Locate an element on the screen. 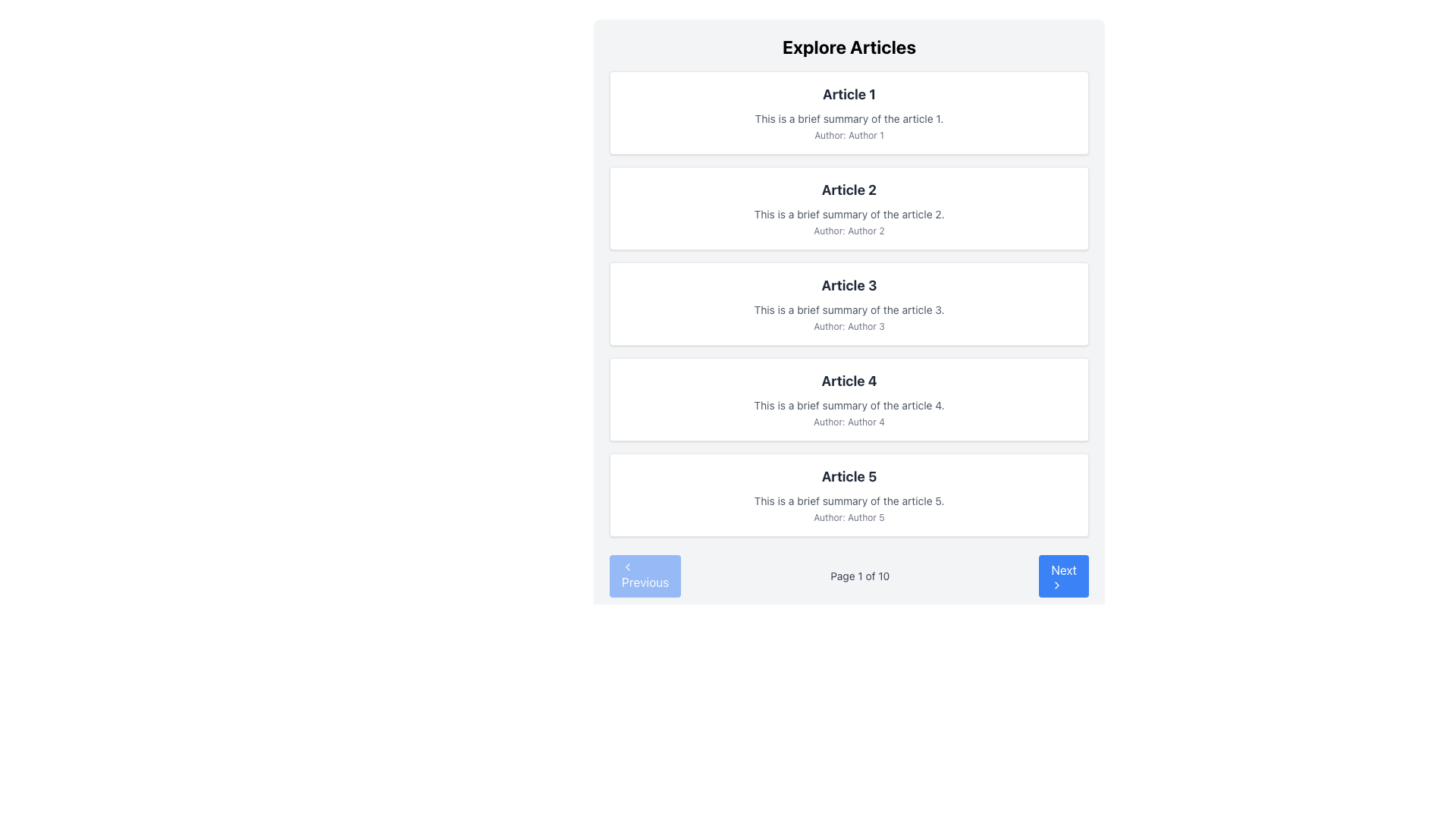 The image size is (1456, 819). static text label that displays 'Author: Author 4', located at the bottom of the card for 'Article 4' is located at coordinates (848, 422).